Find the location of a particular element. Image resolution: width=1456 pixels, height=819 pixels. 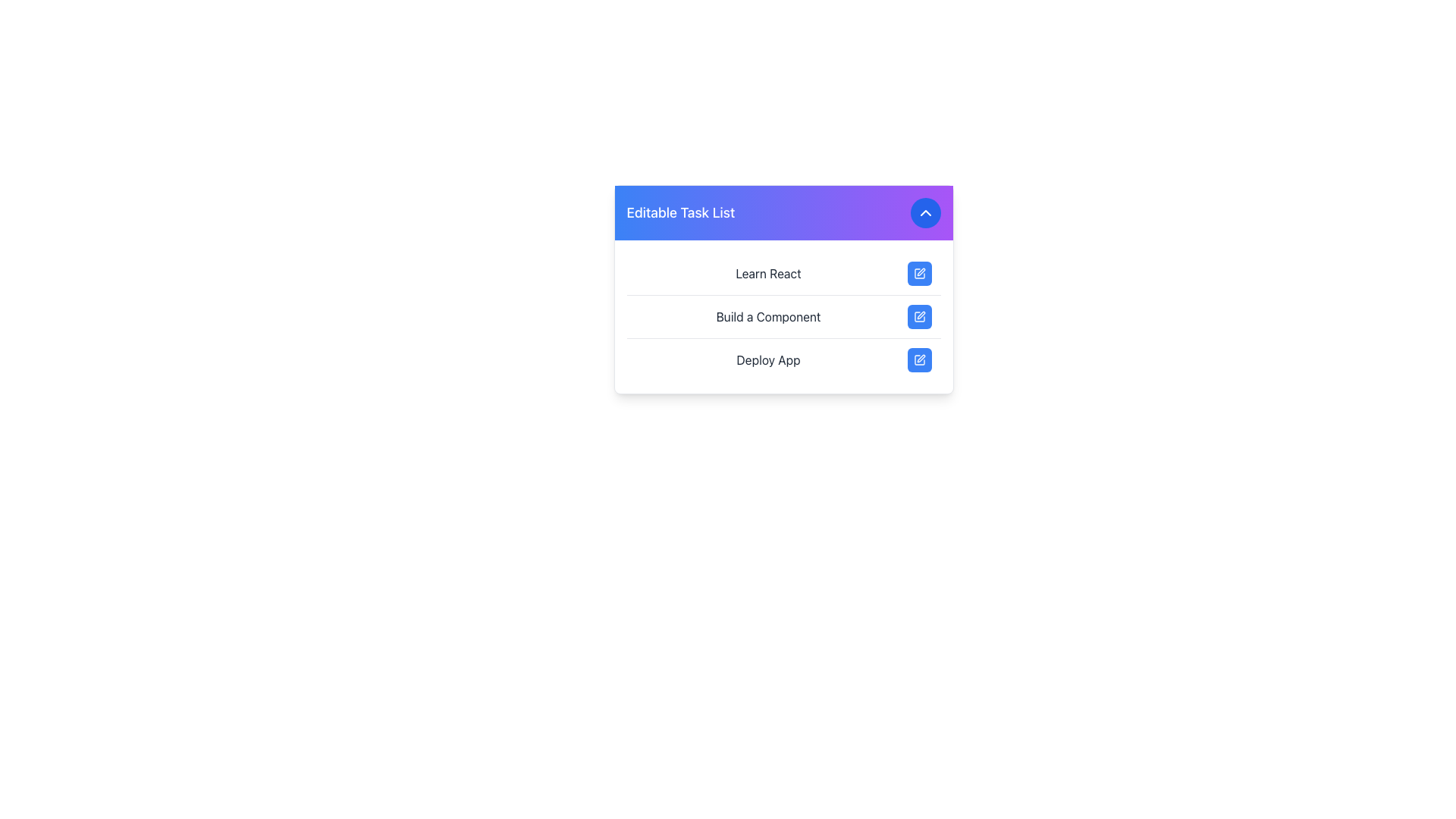

the text label located in the first row of the 'Editable Task List' is located at coordinates (768, 274).